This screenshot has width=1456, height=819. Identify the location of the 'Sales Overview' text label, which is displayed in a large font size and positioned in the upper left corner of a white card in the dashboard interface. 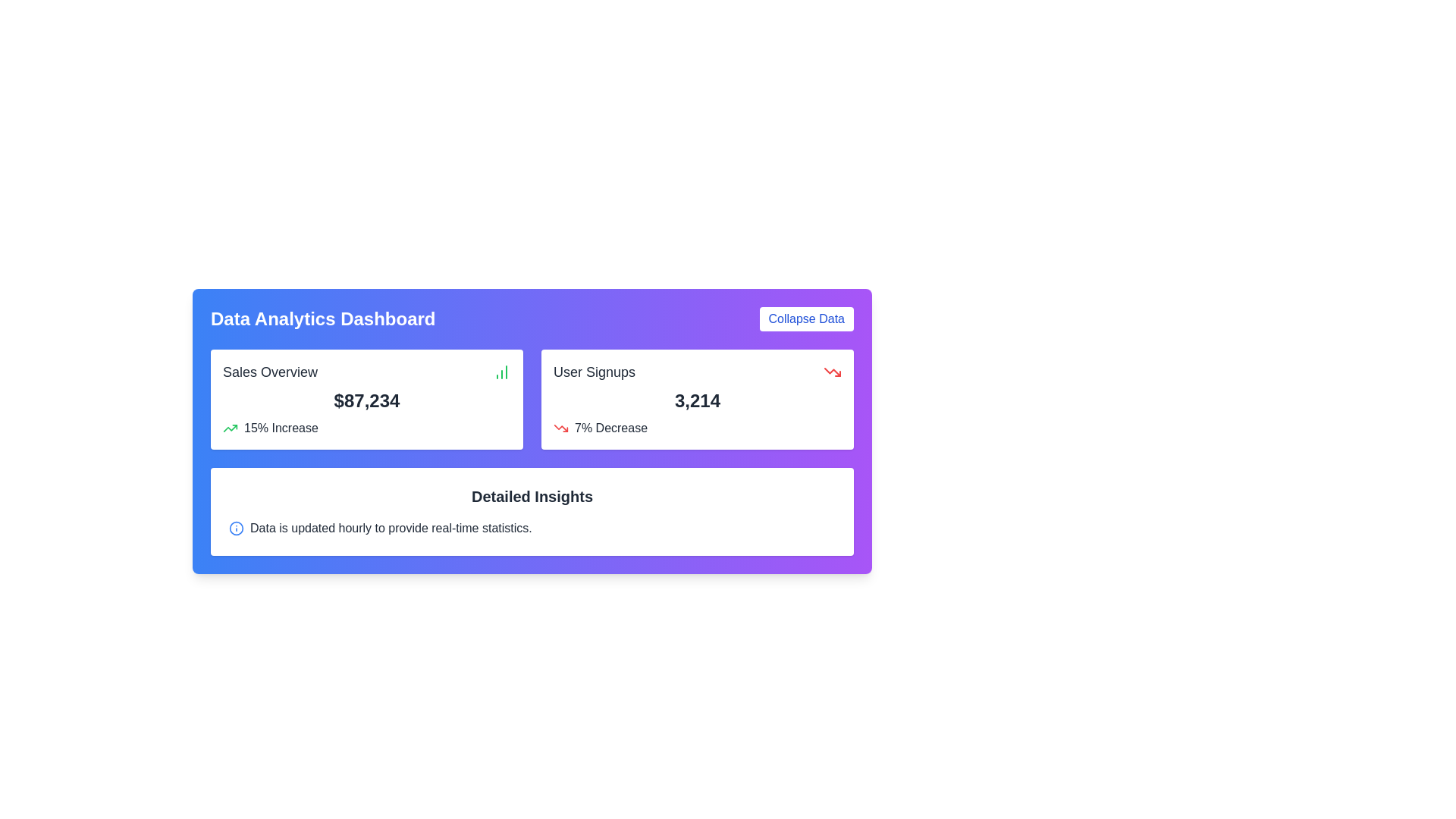
(270, 372).